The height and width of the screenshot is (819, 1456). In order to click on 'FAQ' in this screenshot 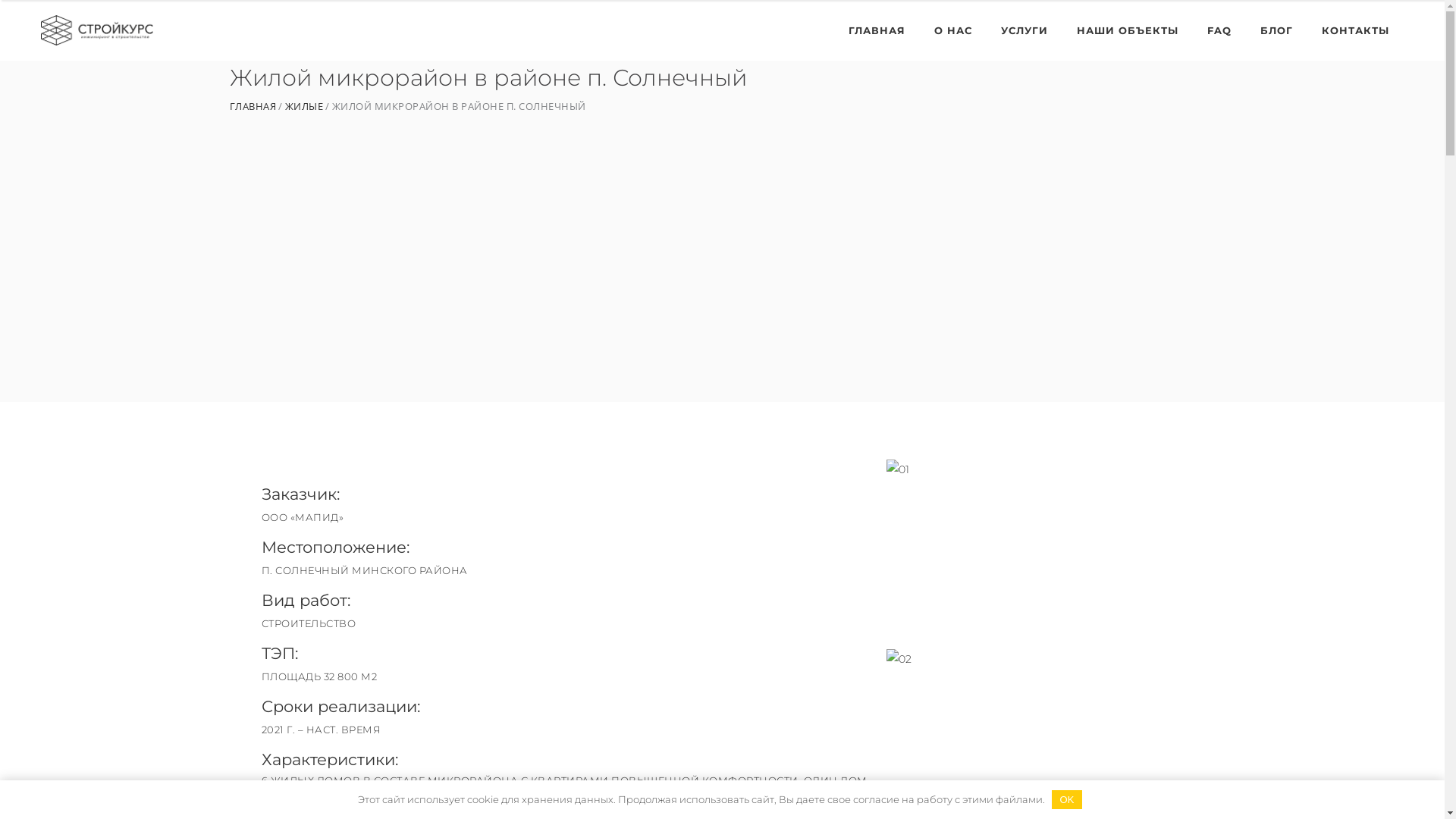, I will do `click(1219, 30)`.